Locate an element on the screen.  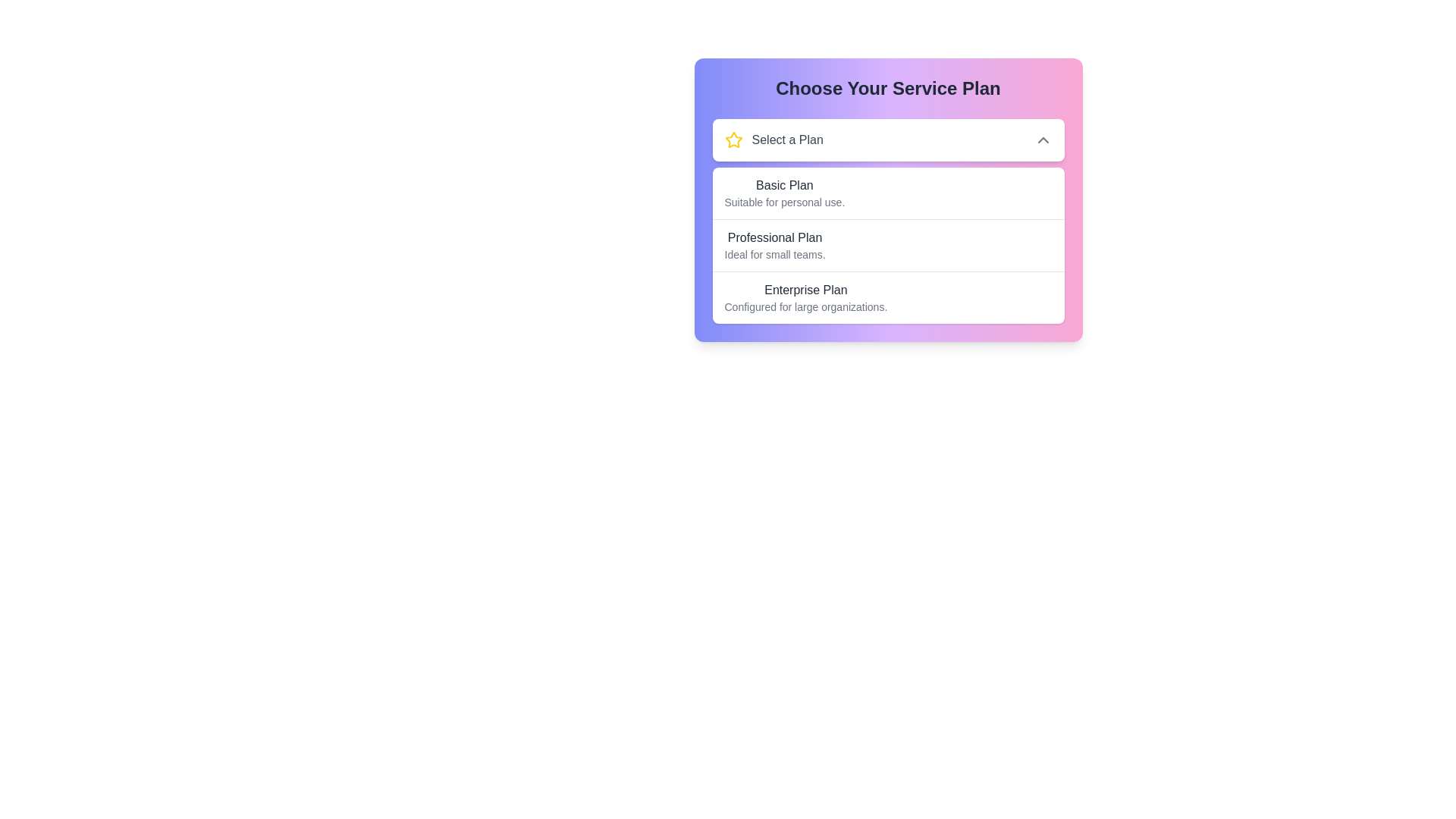
text of the 'Professional Plan' menu item, which is the second option in the dropdown menu labeled 'Choose Your Service Plan' is located at coordinates (775, 245).